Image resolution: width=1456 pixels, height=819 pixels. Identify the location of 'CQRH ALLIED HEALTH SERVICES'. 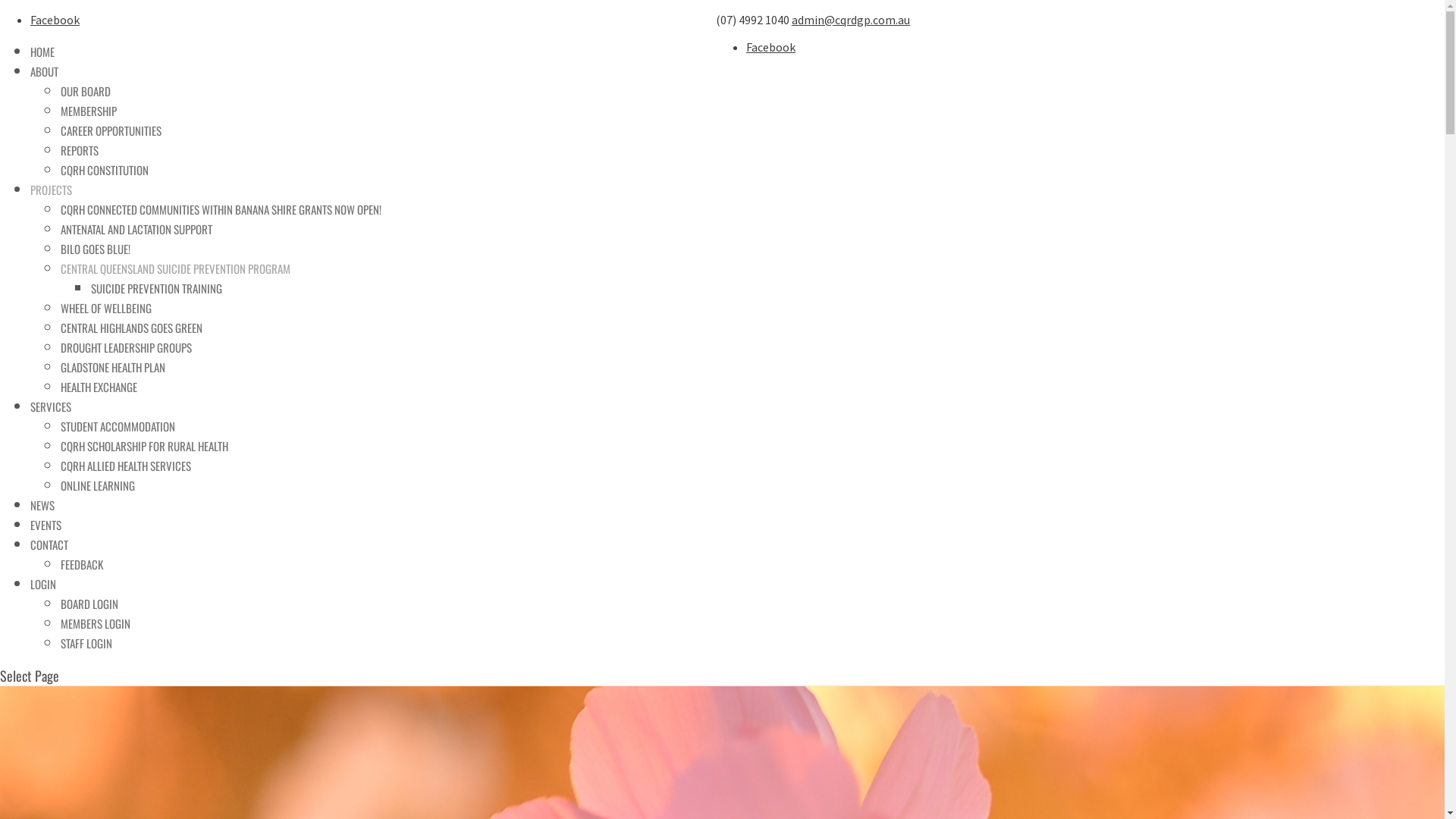
(126, 464).